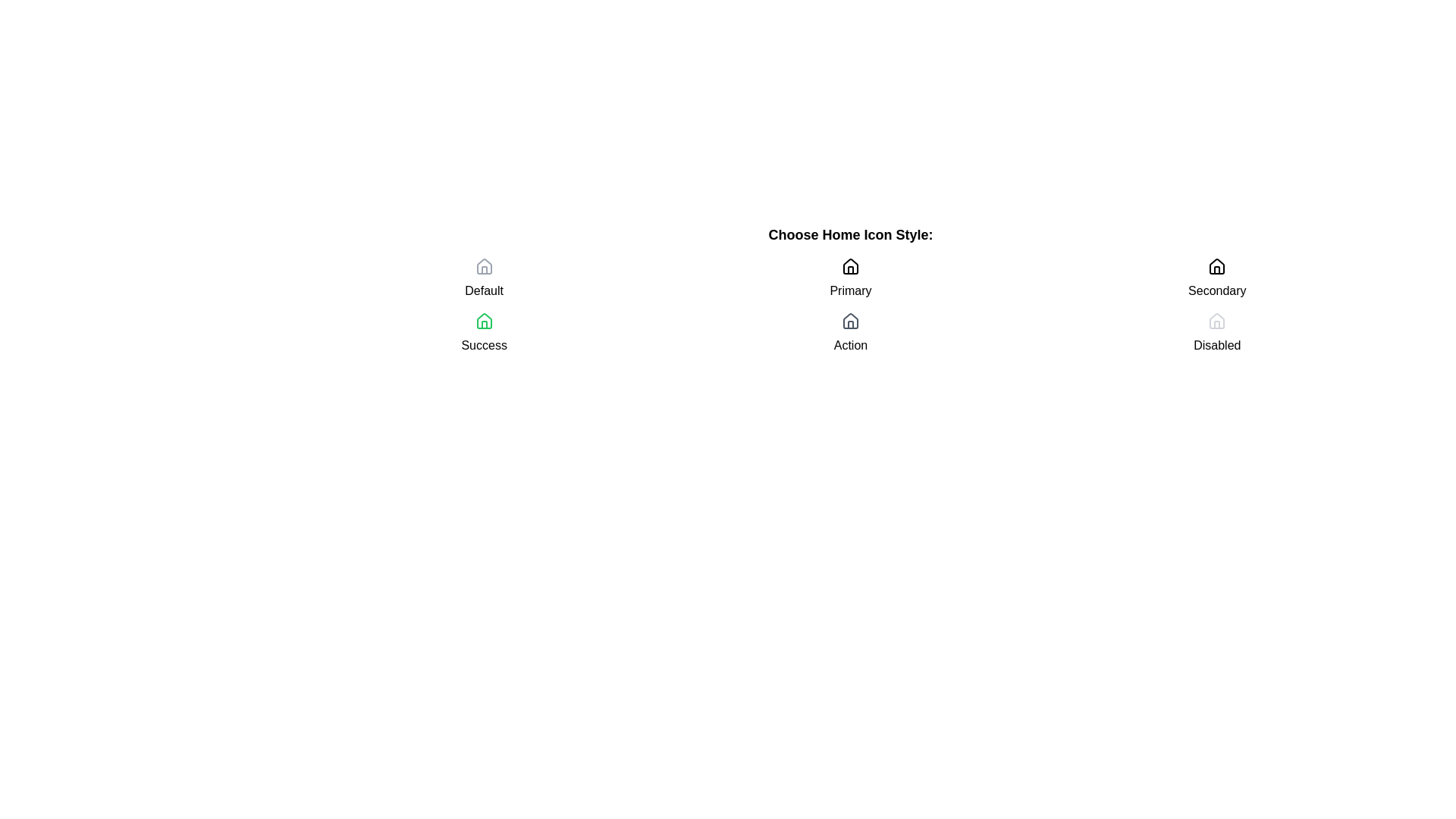 This screenshot has width=1456, height=819. What do you see at coordinates (1217, 278) in the screenshot?
I see `the 'Secondary' icon with label, which is the third item in the top row of the grid and features a house-shaped icon above the text 'Secondary'` at bounding box center [1217, 278].